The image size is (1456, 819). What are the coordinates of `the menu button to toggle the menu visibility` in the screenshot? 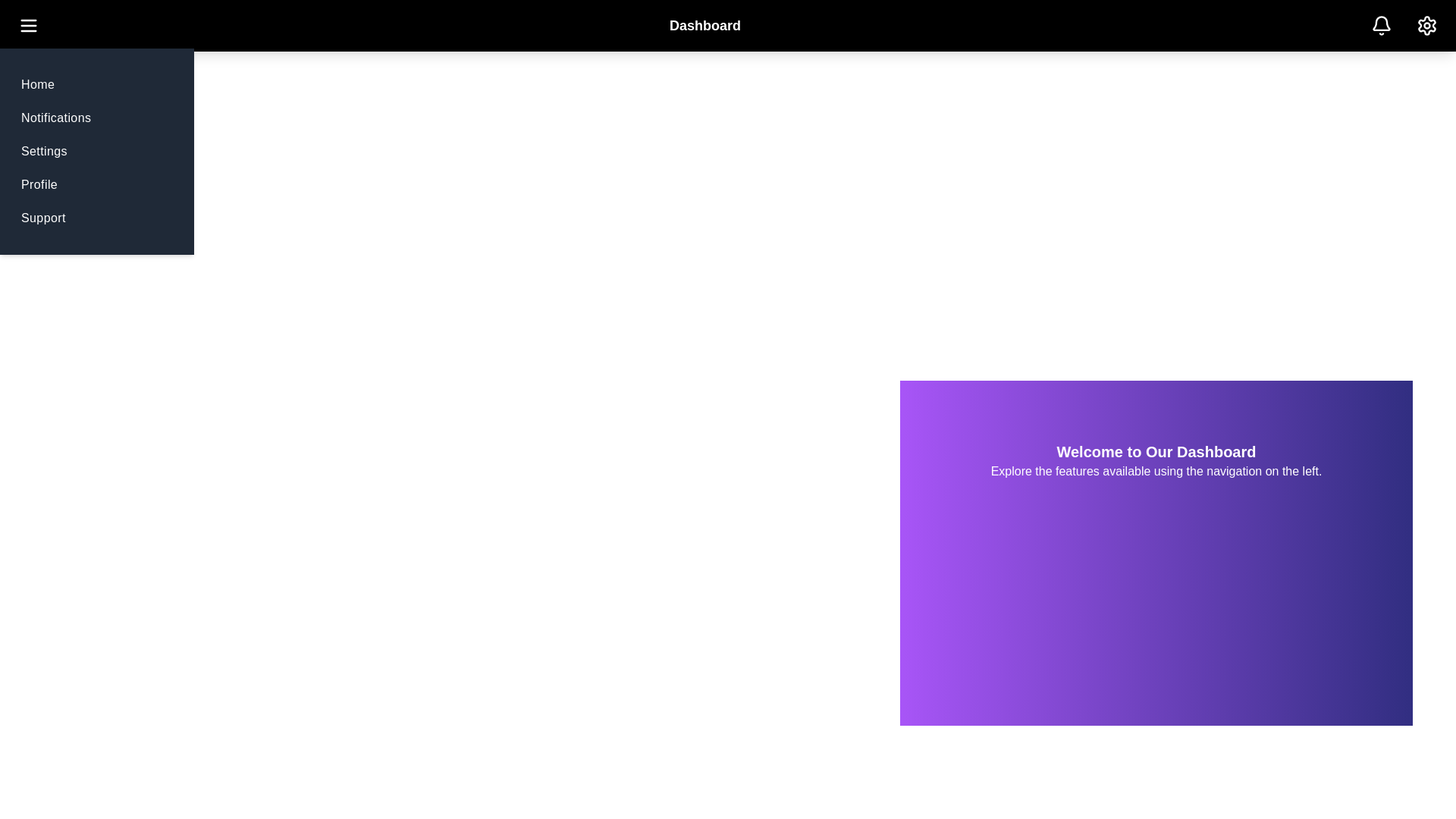 It's located at (29, 26).